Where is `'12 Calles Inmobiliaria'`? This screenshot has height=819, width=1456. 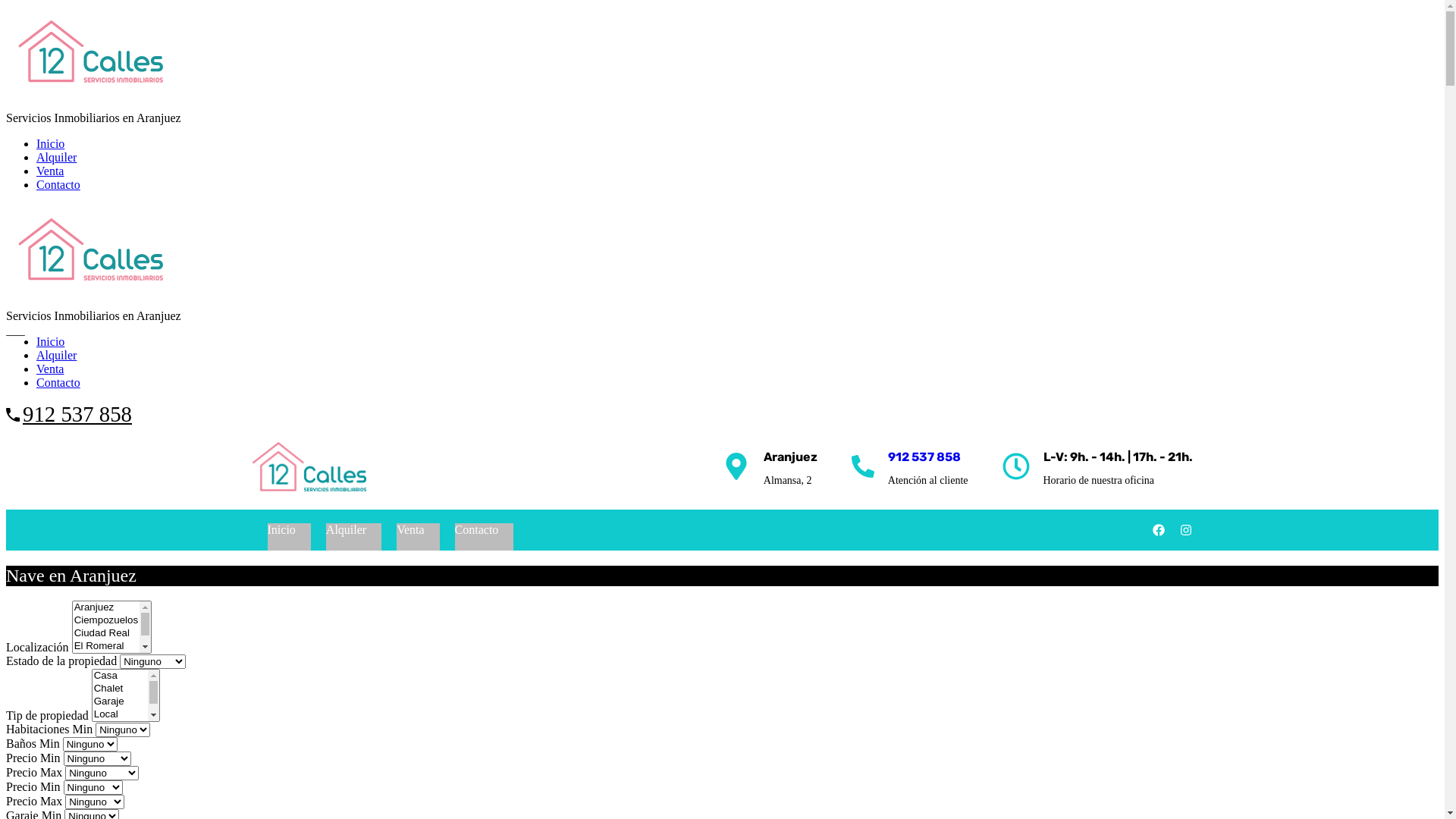
'12 Calles Inmobiliaria' is located at coordinates (308, 467).